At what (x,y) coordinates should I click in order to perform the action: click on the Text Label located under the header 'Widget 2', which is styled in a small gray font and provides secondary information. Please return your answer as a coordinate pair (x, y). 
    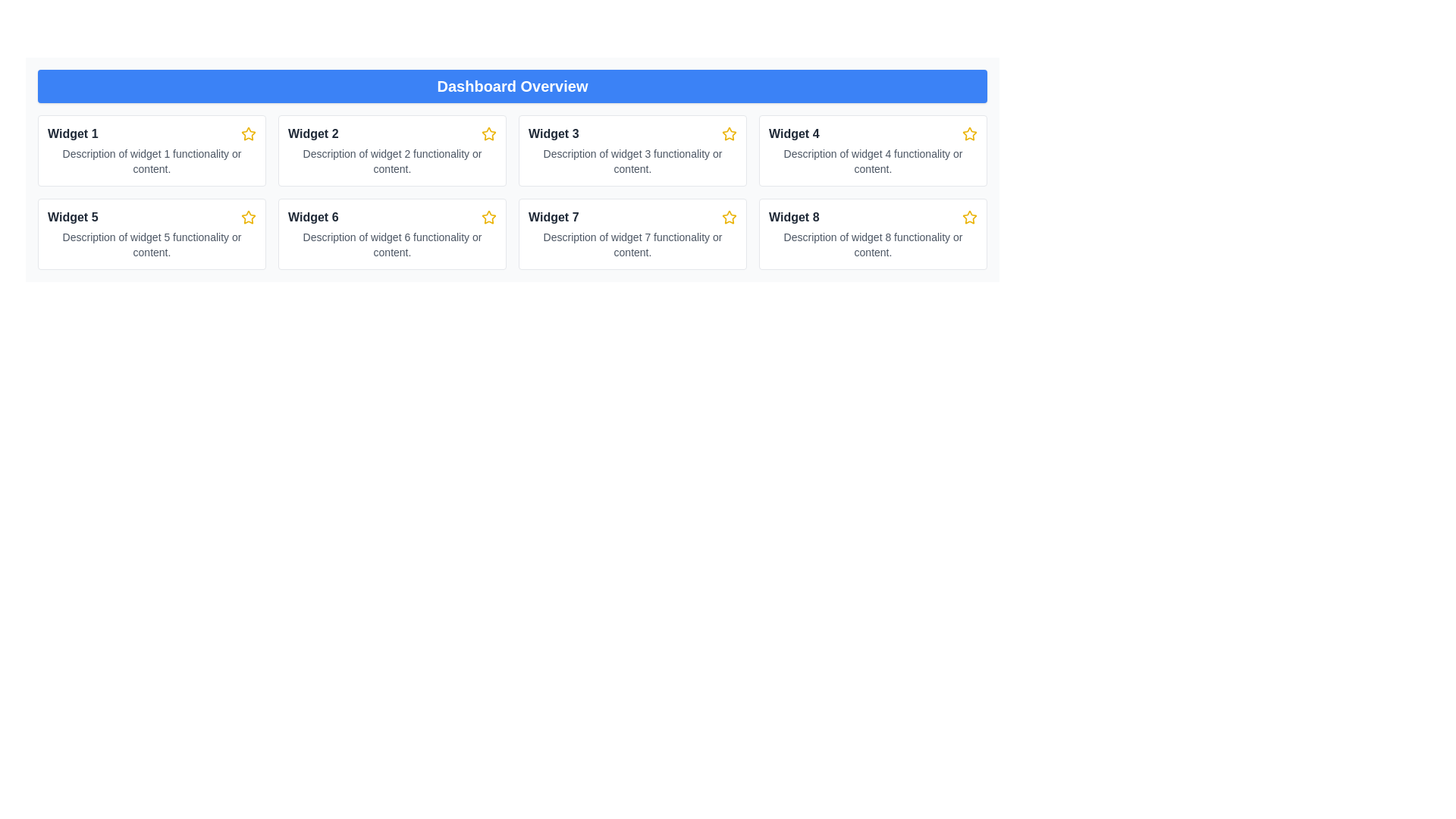
    Looking at the image, I should click on (392, 161).